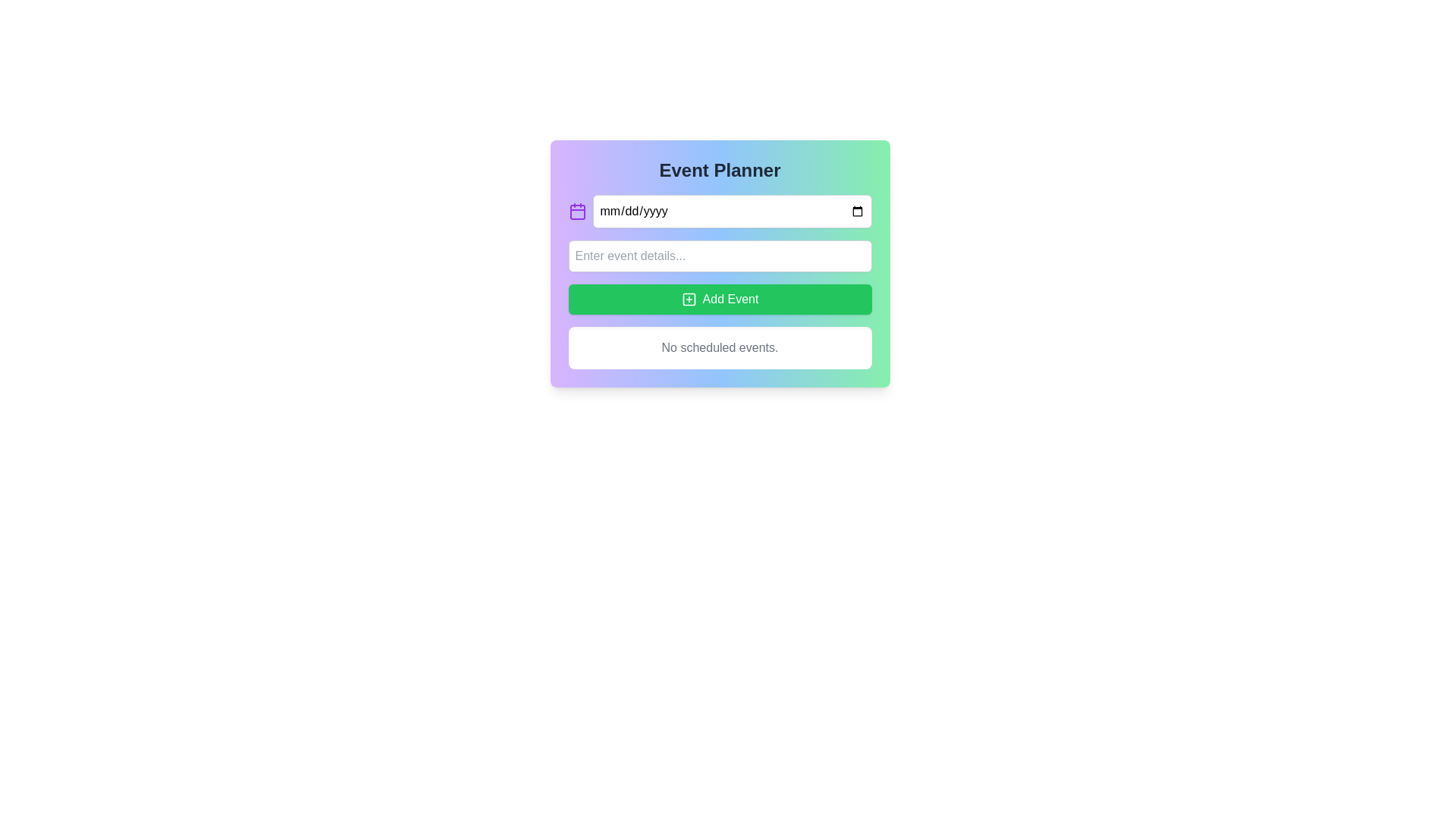 The height and width of the screenshot is (819, 1456). Describe the element at coordinates (719, 299) in the screenshot. I see `the 'Add Event' button, which is a rectangular button with a green background and white text, located below the 'Enter event details...' input field and above the 'No scheduled events.' label` at that location.